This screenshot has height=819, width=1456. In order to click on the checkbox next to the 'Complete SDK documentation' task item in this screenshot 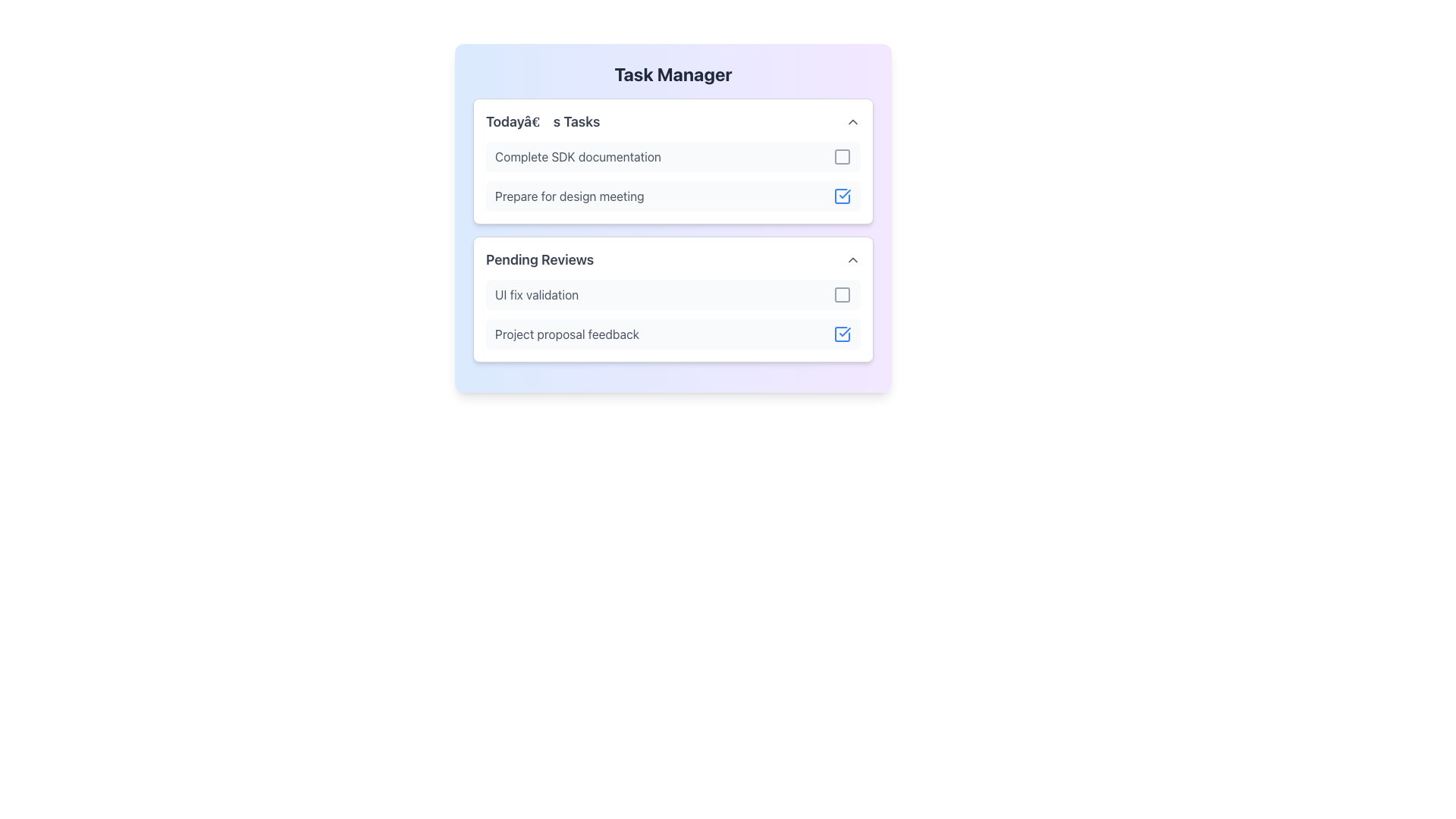, I will do `click(673, 157)`.